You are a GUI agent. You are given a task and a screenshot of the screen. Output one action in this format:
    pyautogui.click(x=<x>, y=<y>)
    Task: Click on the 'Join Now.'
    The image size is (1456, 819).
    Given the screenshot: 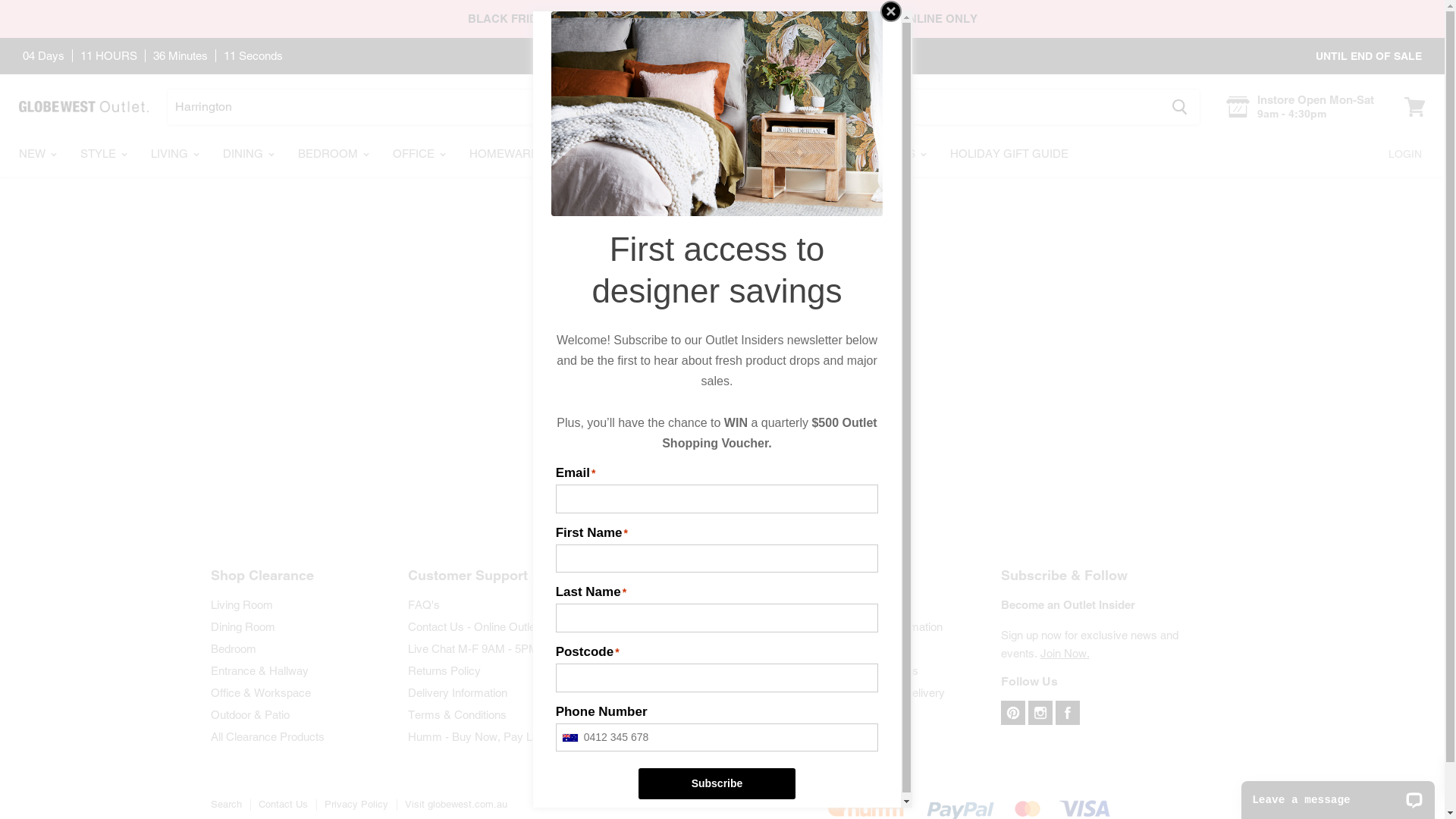 What is the action you would take?
    pyautogui.click(x=1064, y=652)
    